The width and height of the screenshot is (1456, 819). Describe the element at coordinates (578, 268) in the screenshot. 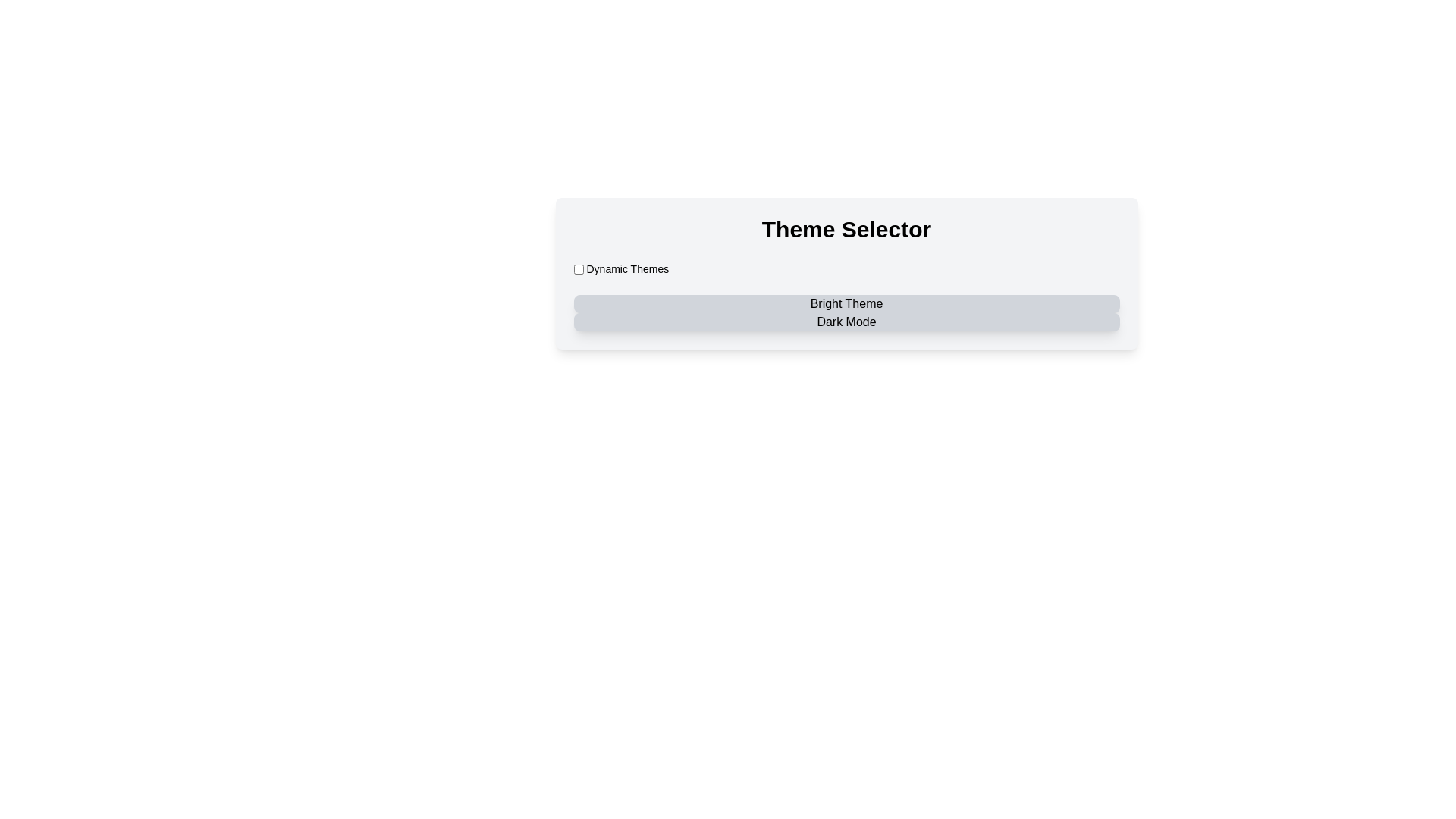

I see `the unmarked checkbox located to the left of the 'Dynamic Themes' text` at that location.